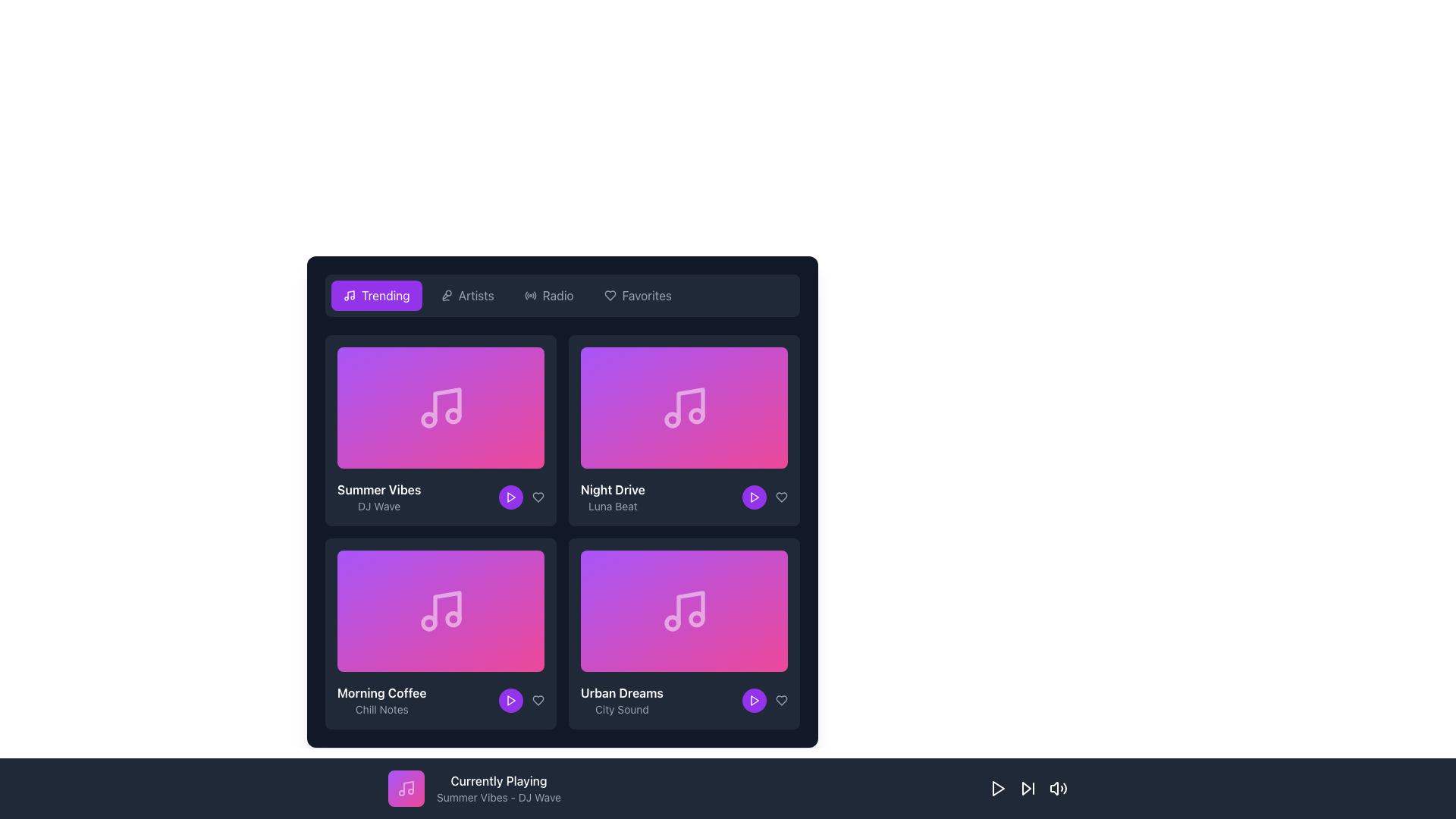  I want to click on the circular purple playback button with a triangular play icon located at the bottom-right of the 'Night Drive' song card to initiate playback, so click(754, 497).